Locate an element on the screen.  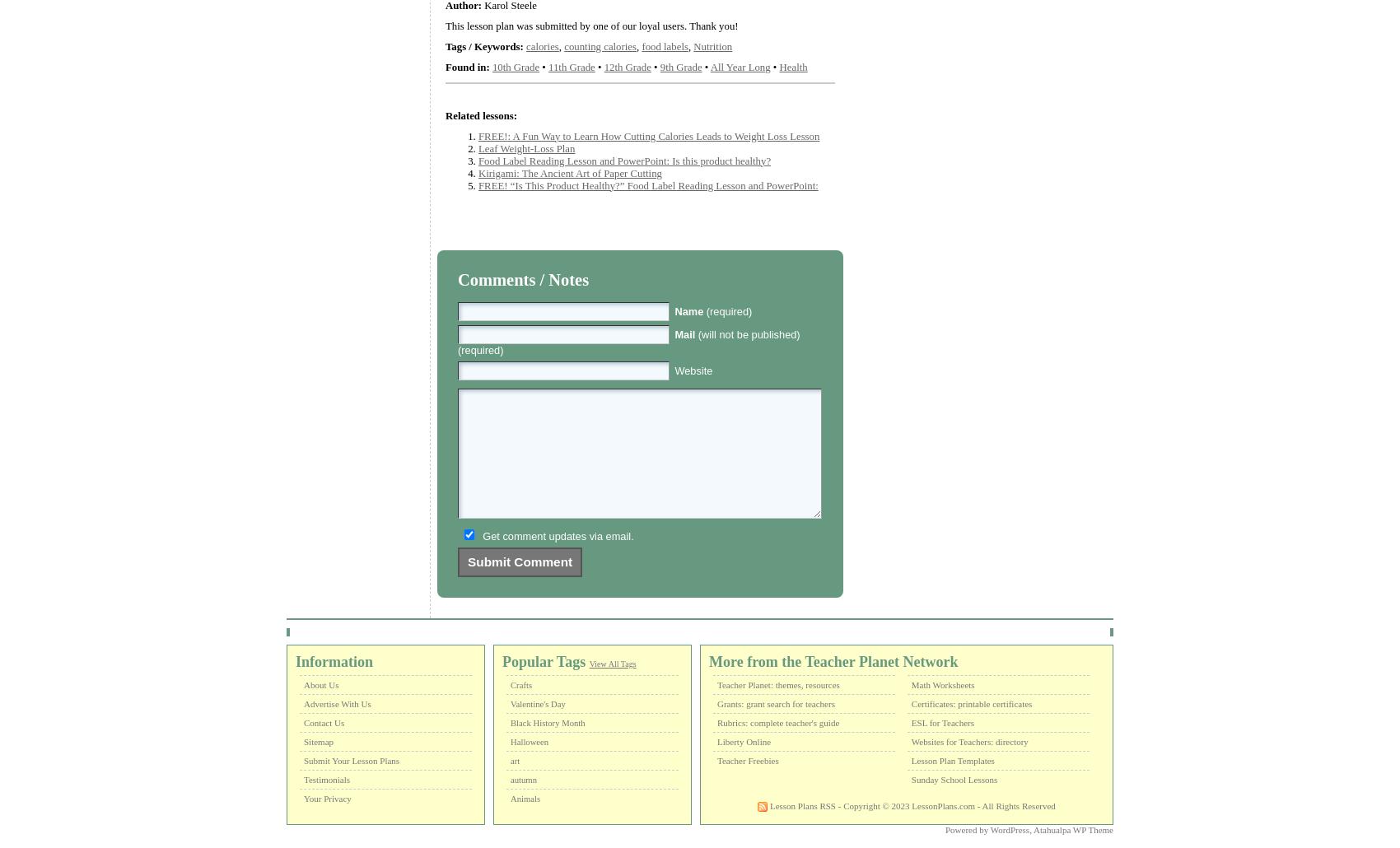
'Website' is located at coordinates (674, 369).